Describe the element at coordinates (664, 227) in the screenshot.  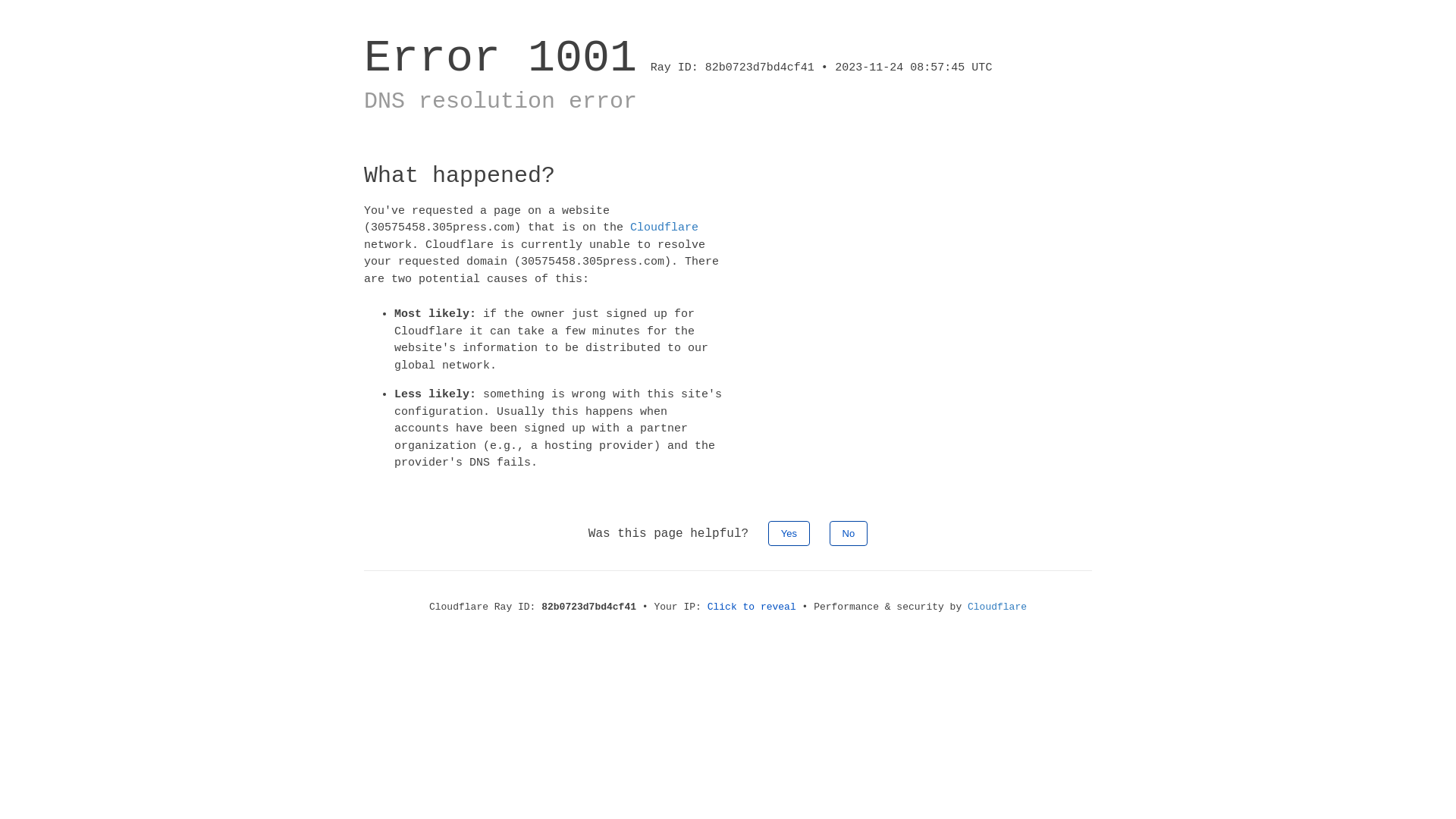
I see `'Cloudflare'` at that location.